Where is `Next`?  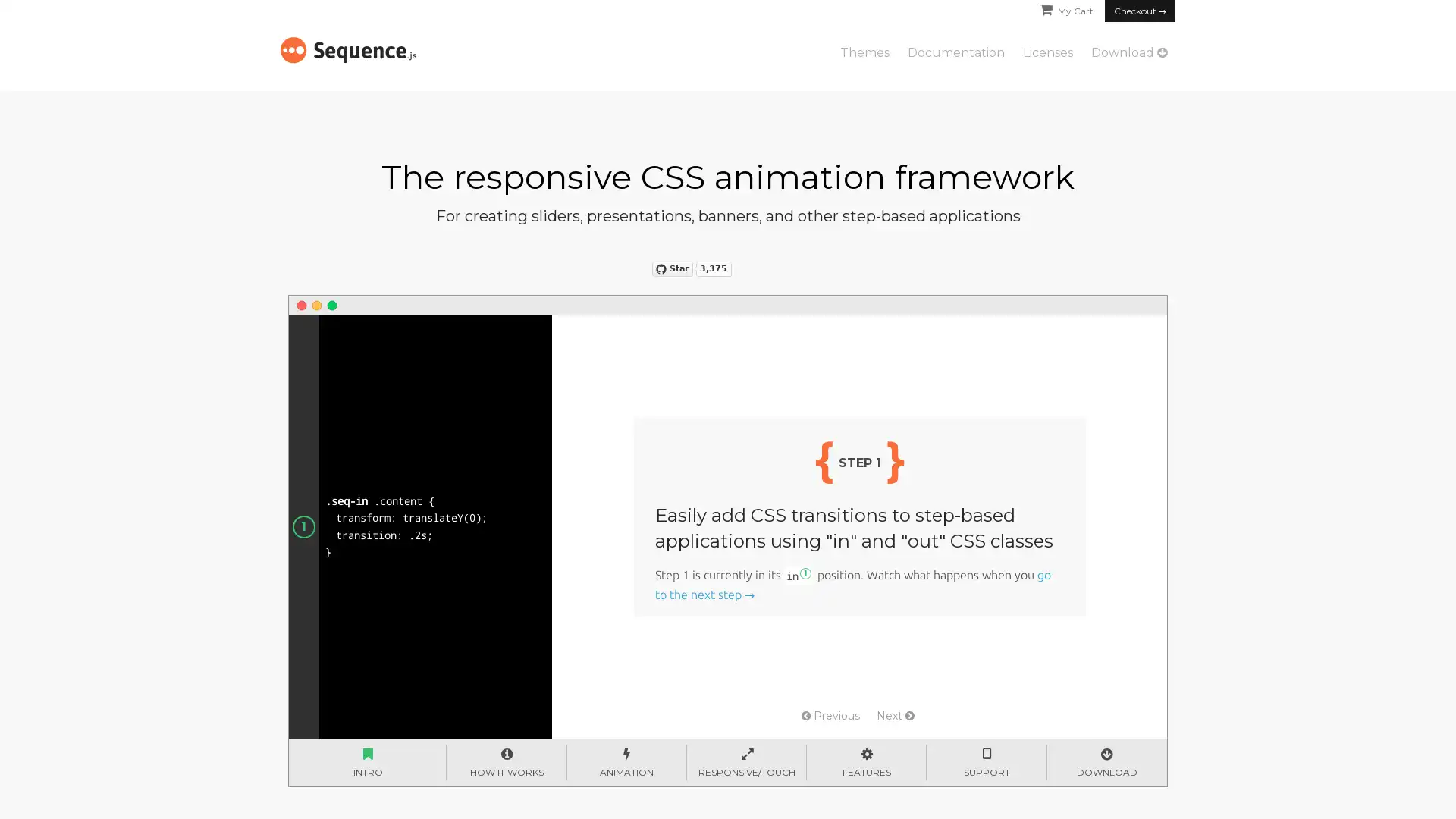 Next is located at coordinates (895, 716).